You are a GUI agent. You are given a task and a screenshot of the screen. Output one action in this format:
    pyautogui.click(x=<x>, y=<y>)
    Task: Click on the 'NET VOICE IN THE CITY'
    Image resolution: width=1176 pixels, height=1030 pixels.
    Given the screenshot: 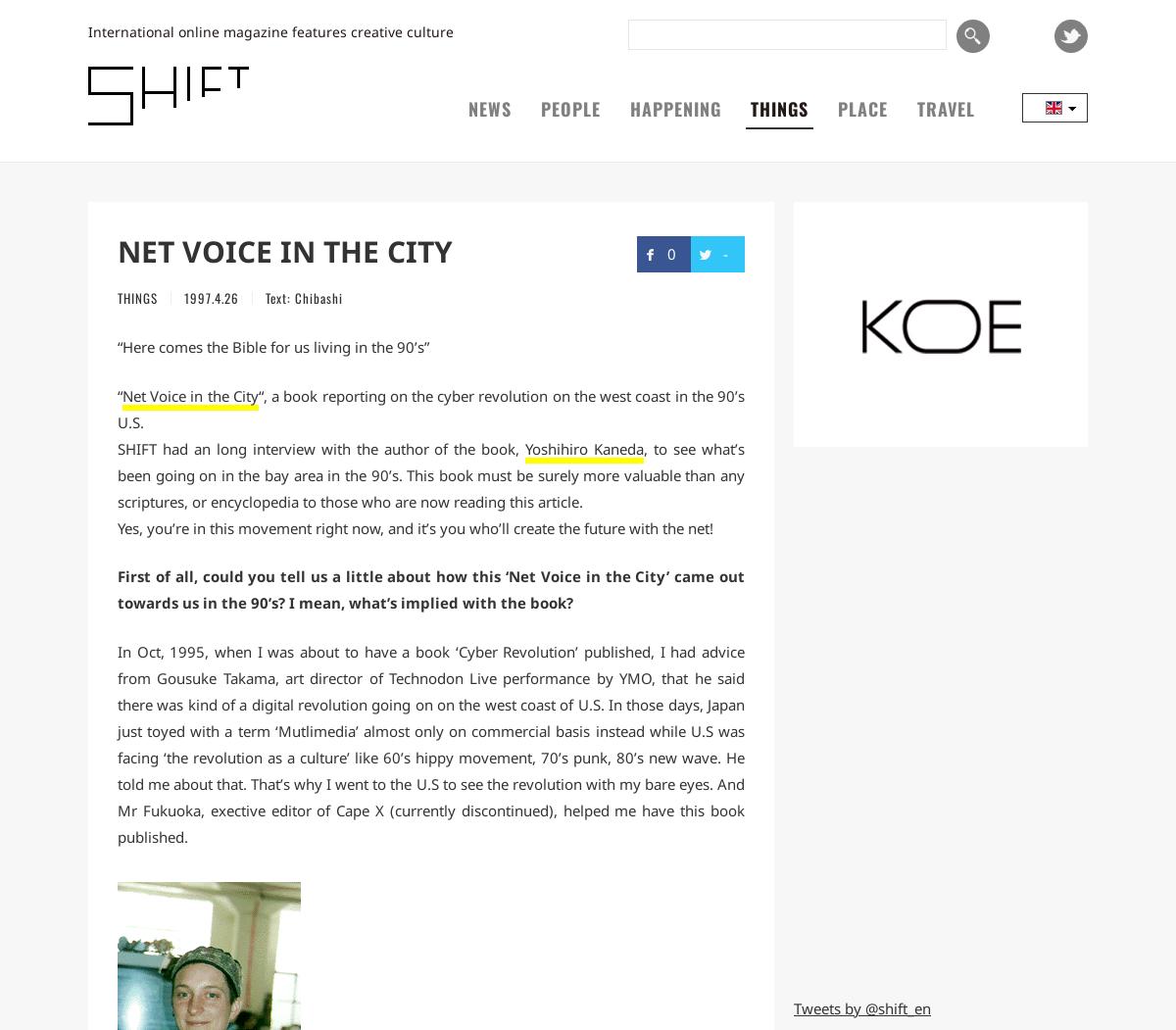 What is the action you would take?
    pyautogui.click(x=284, y=251)
    